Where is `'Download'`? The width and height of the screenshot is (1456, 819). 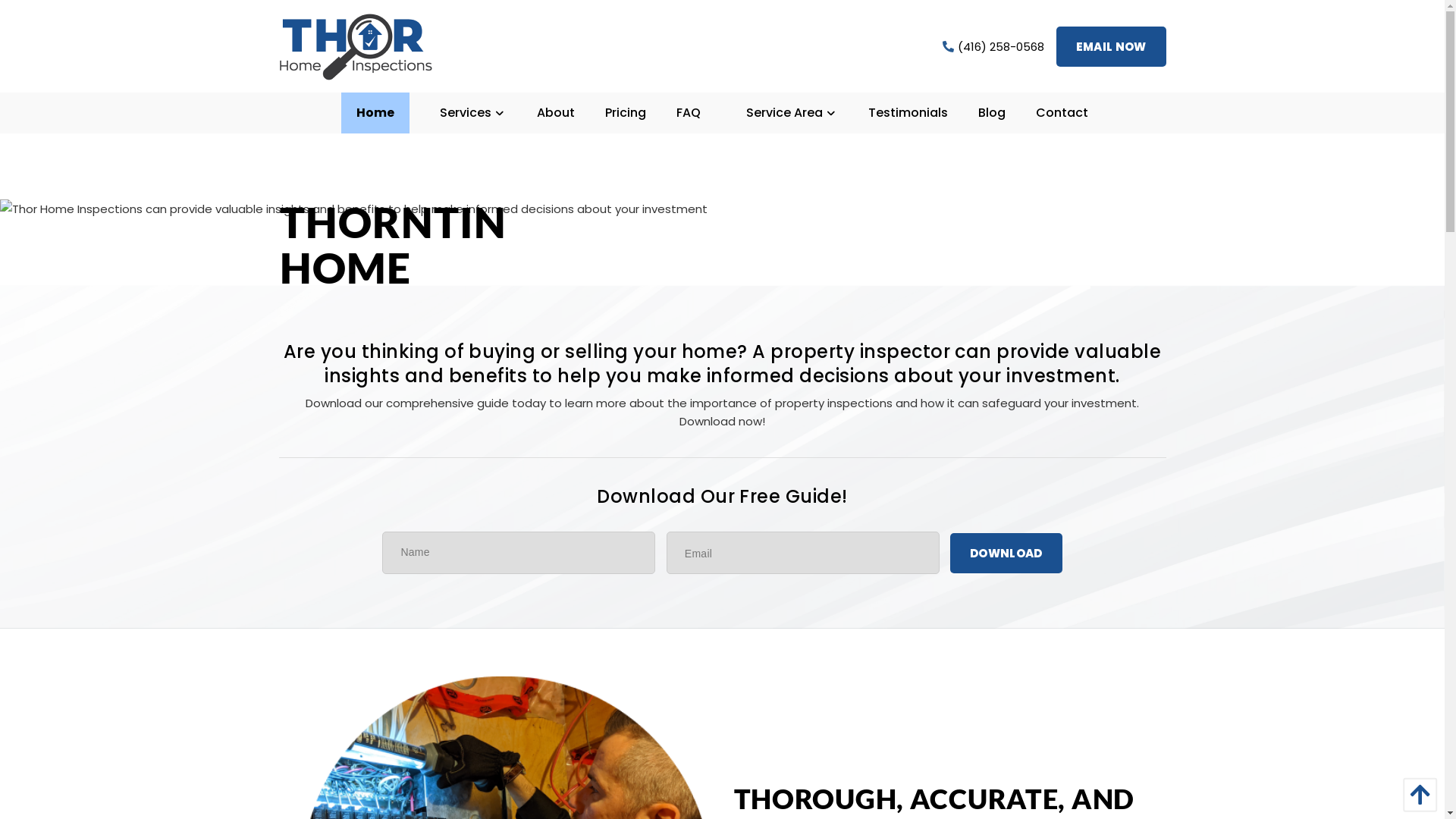 'Download' is located at coordinates (1006, 552).